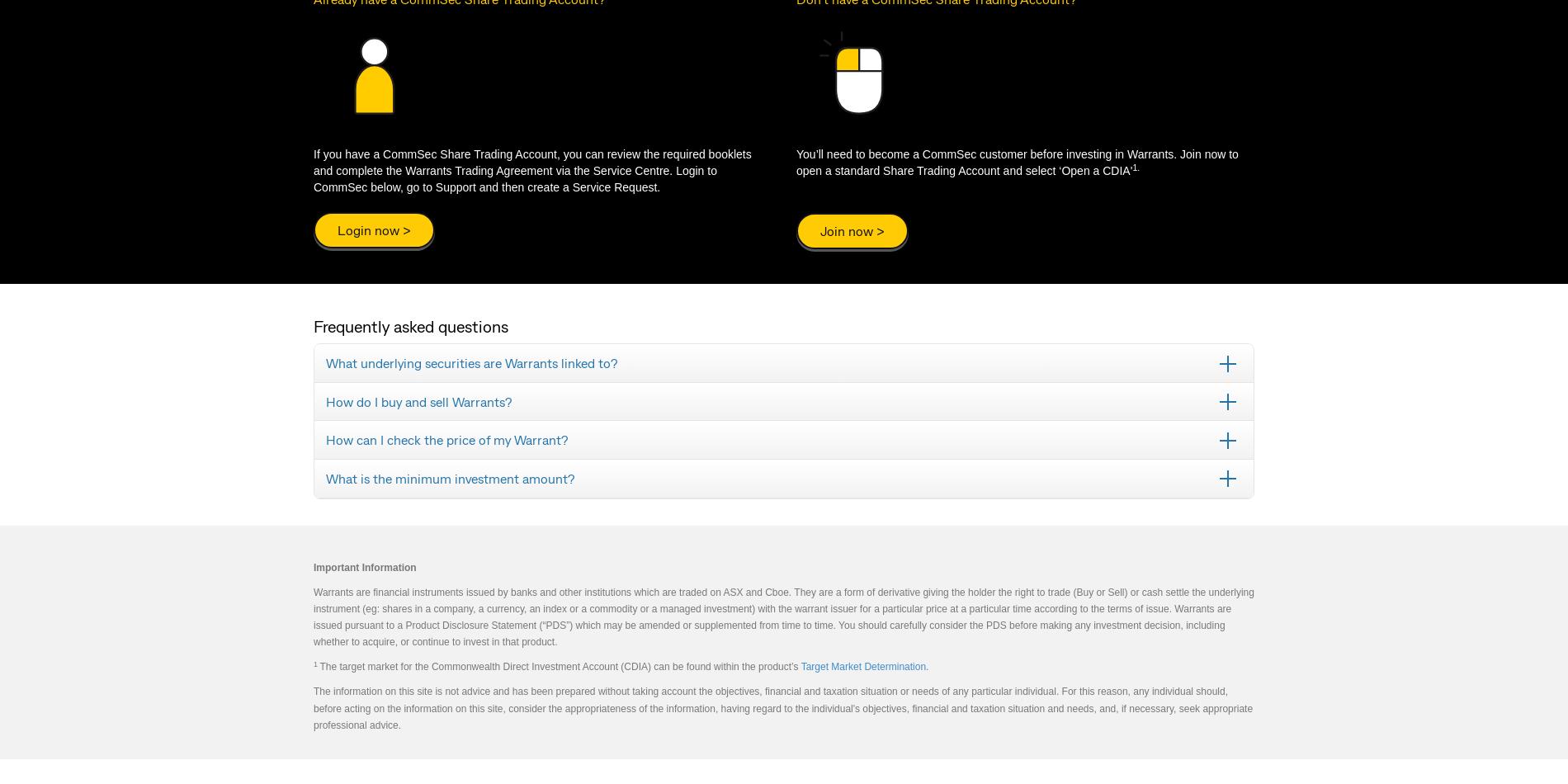 The image size is (1568, 784). Describe the element at coordinates (363, 567) in the screenshot. I see `'Important Information'` at that location.